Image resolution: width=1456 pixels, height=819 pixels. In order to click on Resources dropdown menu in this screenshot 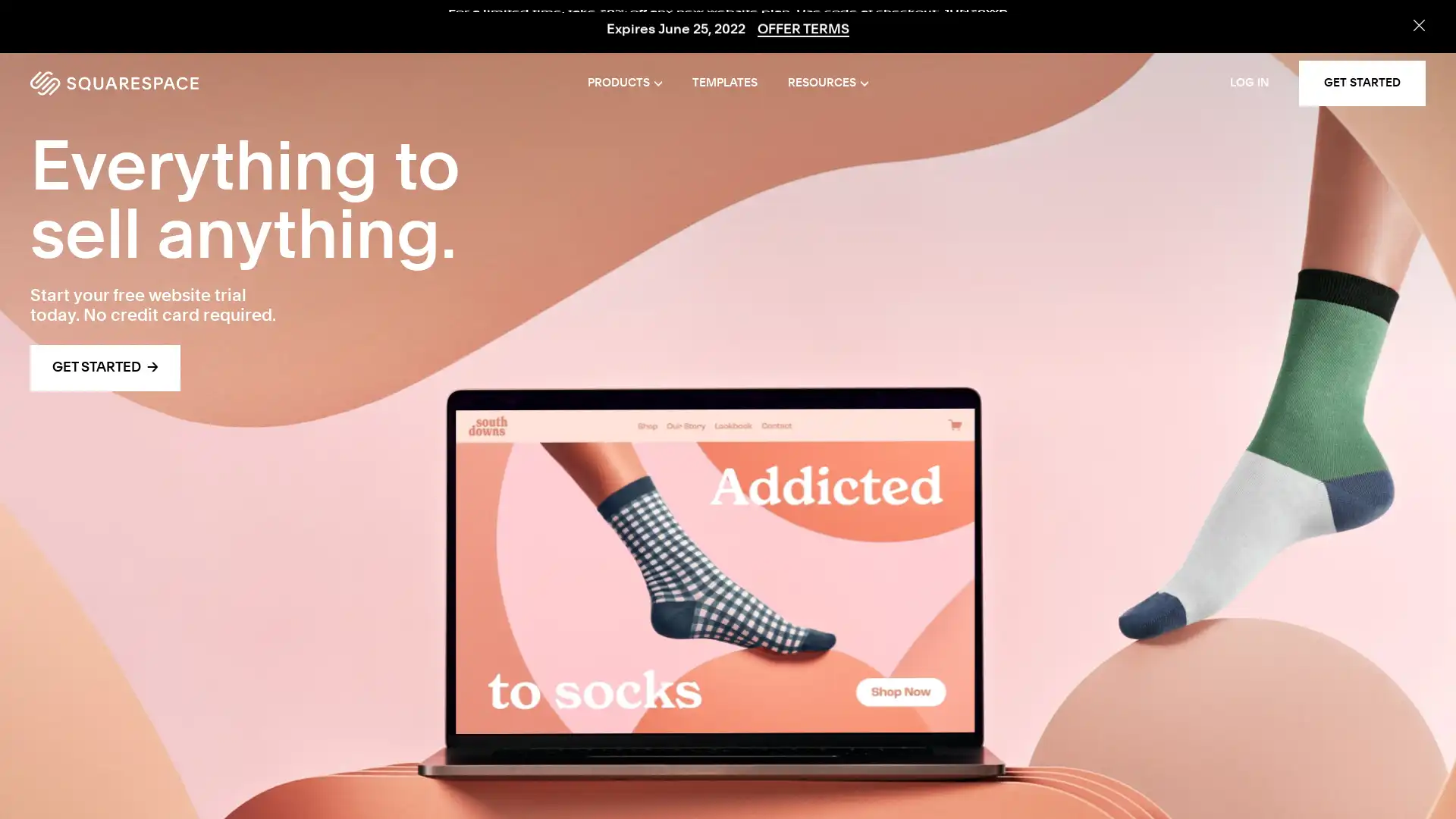, I will do `click(827, 83)`.